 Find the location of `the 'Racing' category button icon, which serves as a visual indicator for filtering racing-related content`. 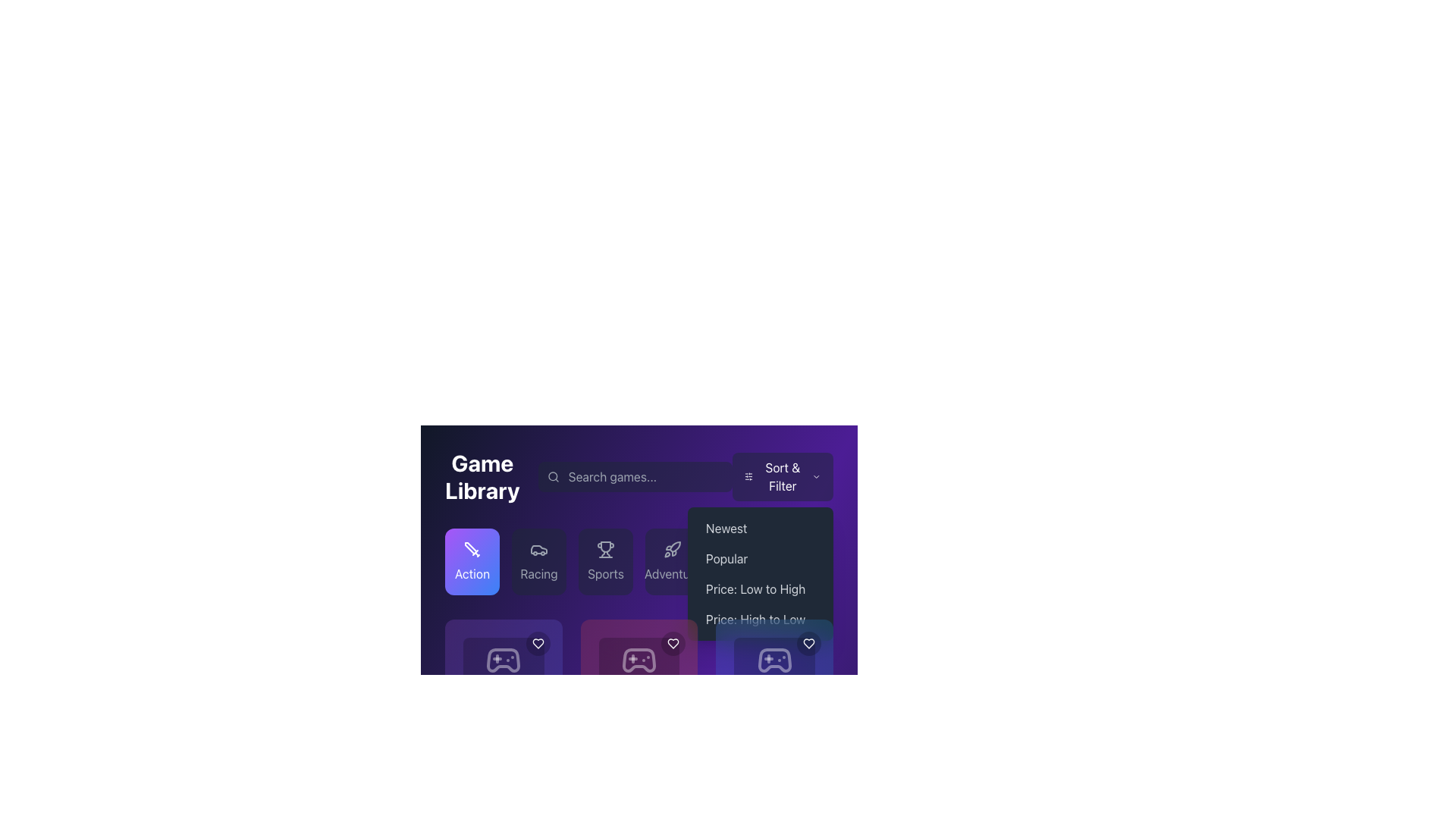

the 'Racing' category button icon, which serves as a visual indicator for filtering racing-related content is located at coordinates (538, 550).